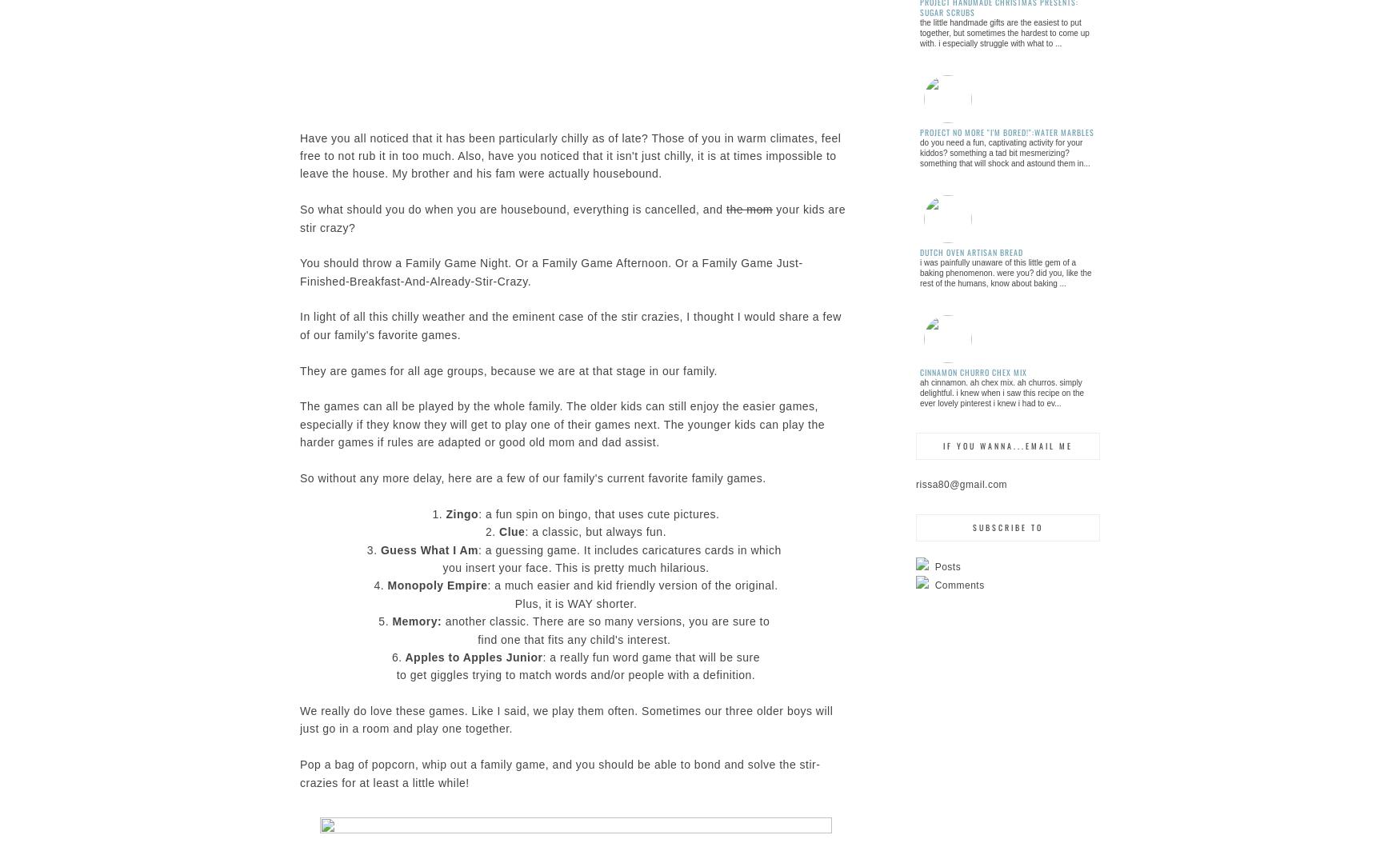 The image size is (1400, 863). I want to click on '3.', so click(373, 549).